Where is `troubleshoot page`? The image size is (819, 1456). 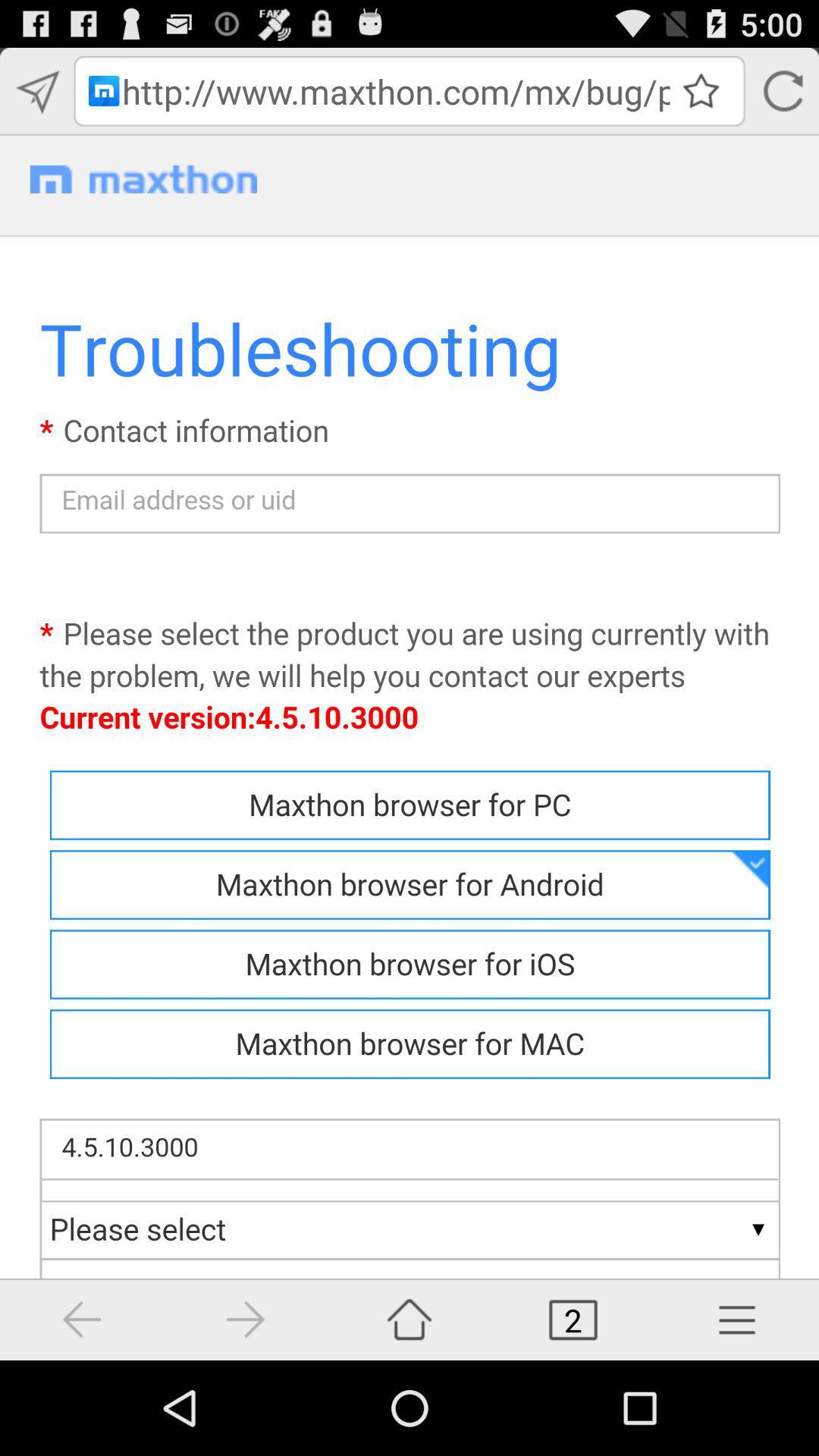
troubleshoot page is located at coordinates (409, 748).